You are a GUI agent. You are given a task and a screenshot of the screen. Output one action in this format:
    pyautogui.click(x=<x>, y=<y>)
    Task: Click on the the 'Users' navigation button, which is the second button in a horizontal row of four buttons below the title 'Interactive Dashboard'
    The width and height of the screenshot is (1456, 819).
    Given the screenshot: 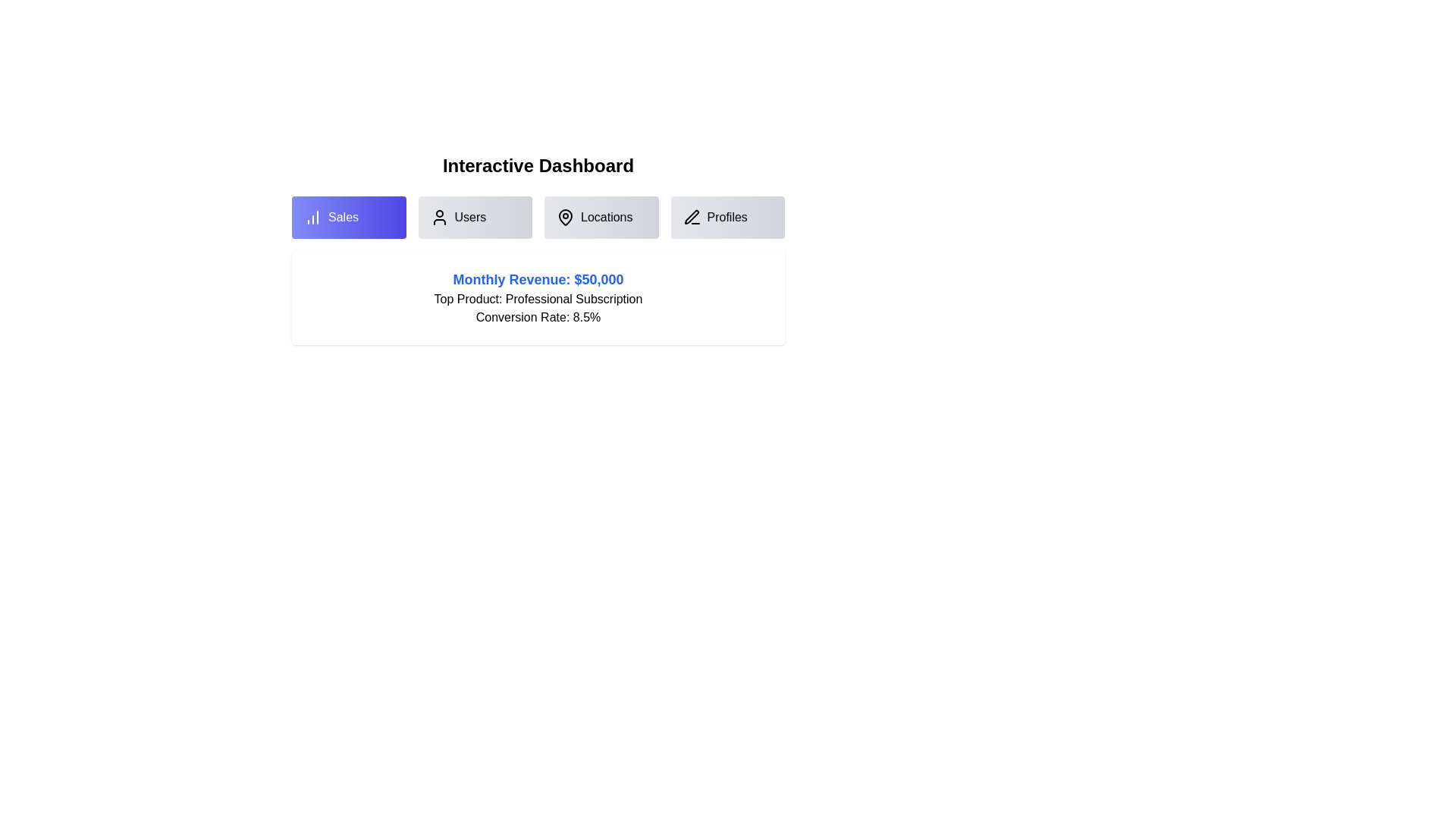 What is the action you would take?
    pyautogui.click(x=474, y=217)
    